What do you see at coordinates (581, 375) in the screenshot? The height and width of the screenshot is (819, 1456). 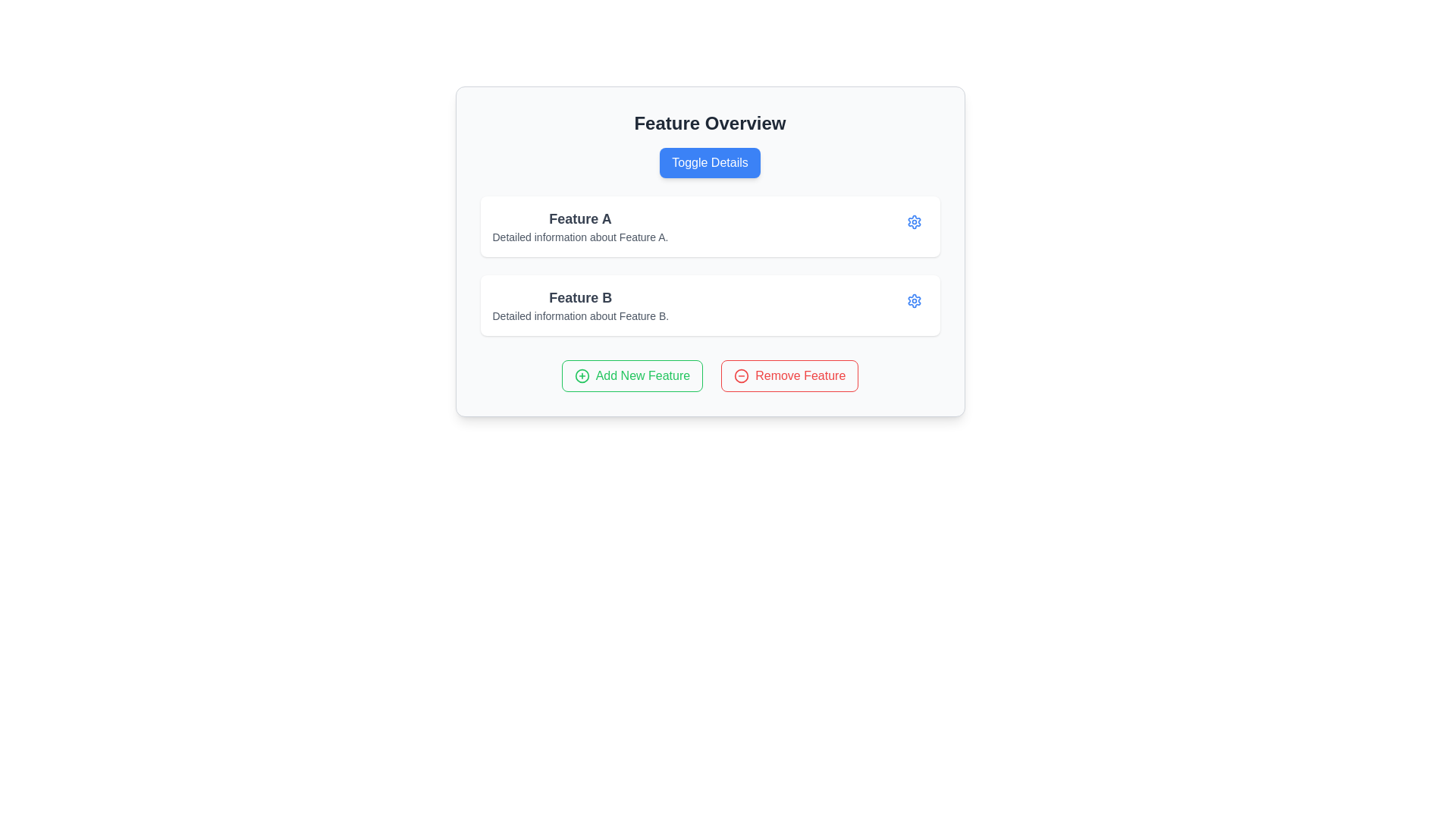 I see `the circular icon with a plus sign, which has a green border and is located to the left of the text 'Add New Feature'` at bounding box center [581, 375].